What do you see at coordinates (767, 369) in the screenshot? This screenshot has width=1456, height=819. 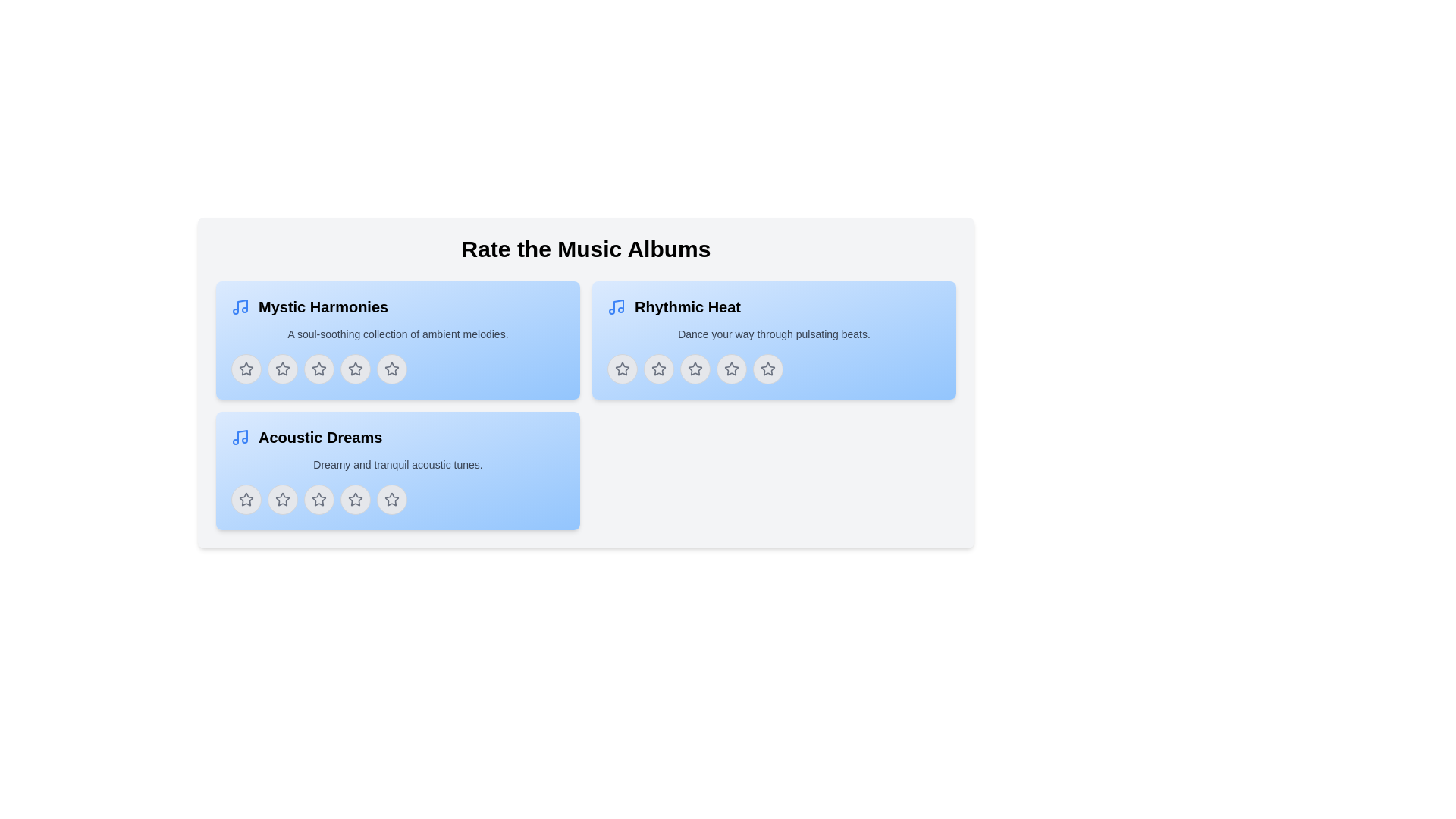 I see `the fifth rating star icon styled in gray, located below the 'Rhythmic Heat' album card to rate it` at bounding box center [767, 369].